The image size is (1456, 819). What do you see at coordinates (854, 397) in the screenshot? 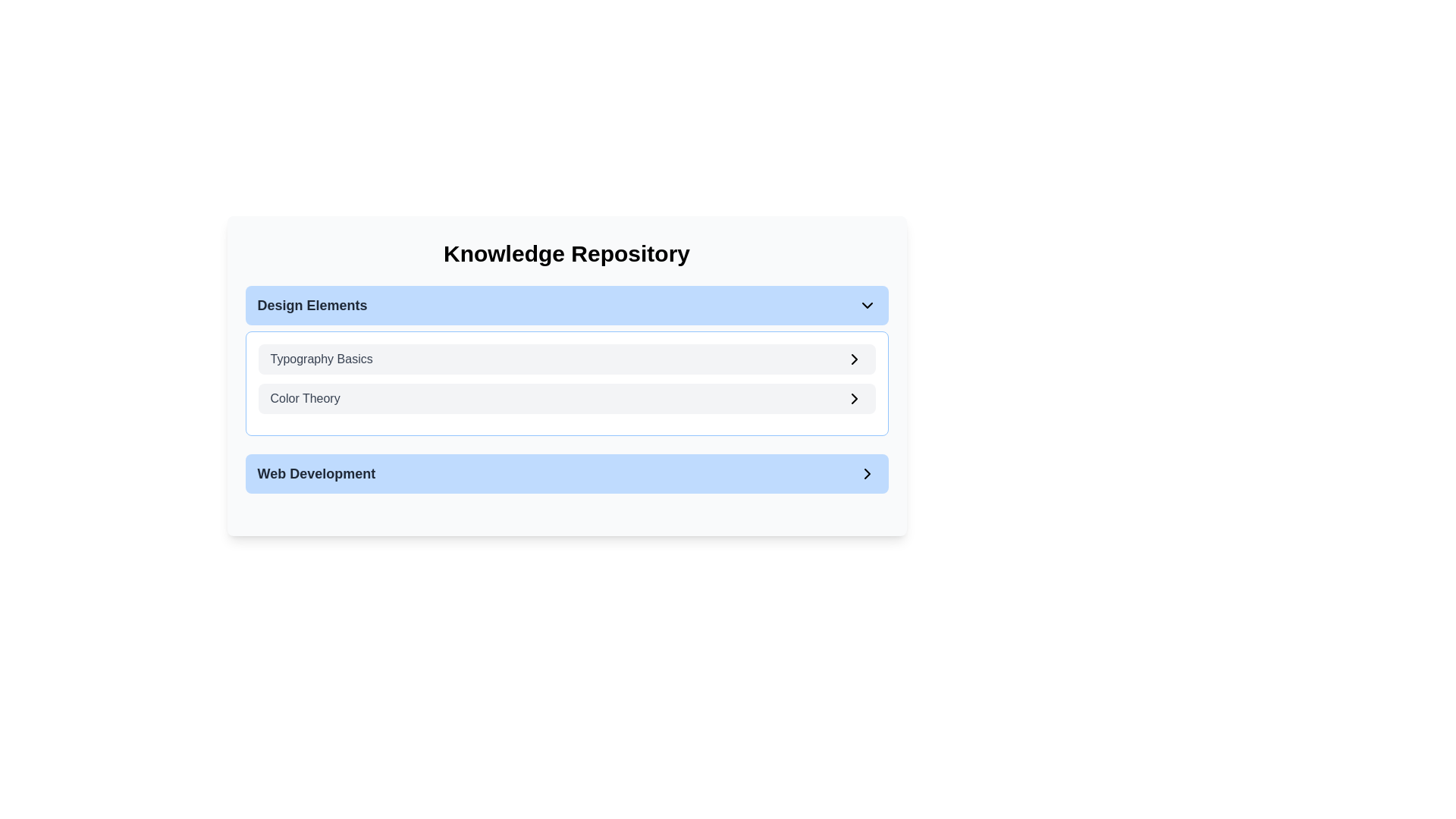
I see `the chevron-right icon located on the right side of the 'Color Theory' list item` at bounding box center [854, 397].